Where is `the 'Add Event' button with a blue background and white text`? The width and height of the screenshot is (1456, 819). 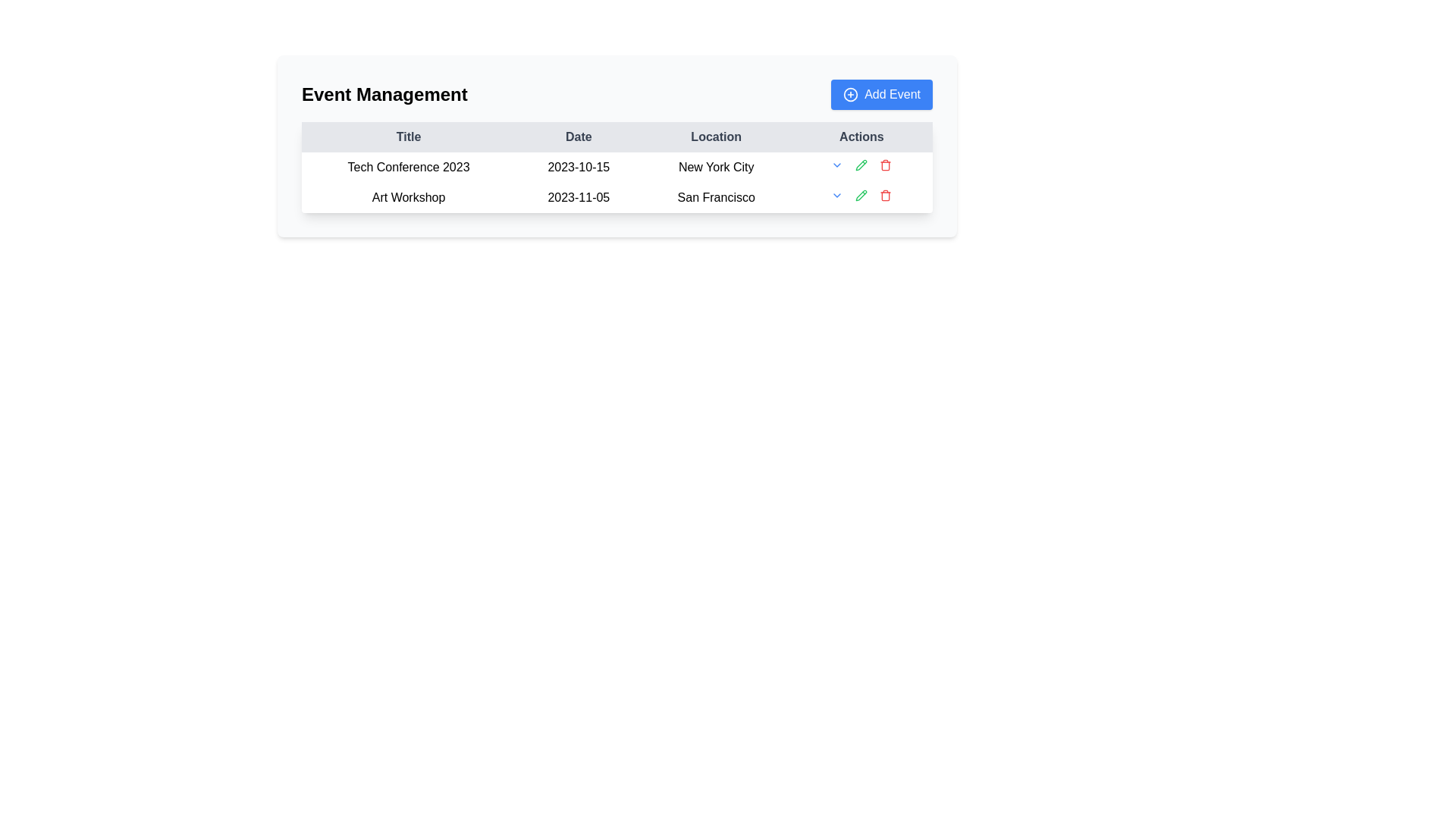
the 'Add Event' button with a blue background and white text is located at coordinates (882, 94).